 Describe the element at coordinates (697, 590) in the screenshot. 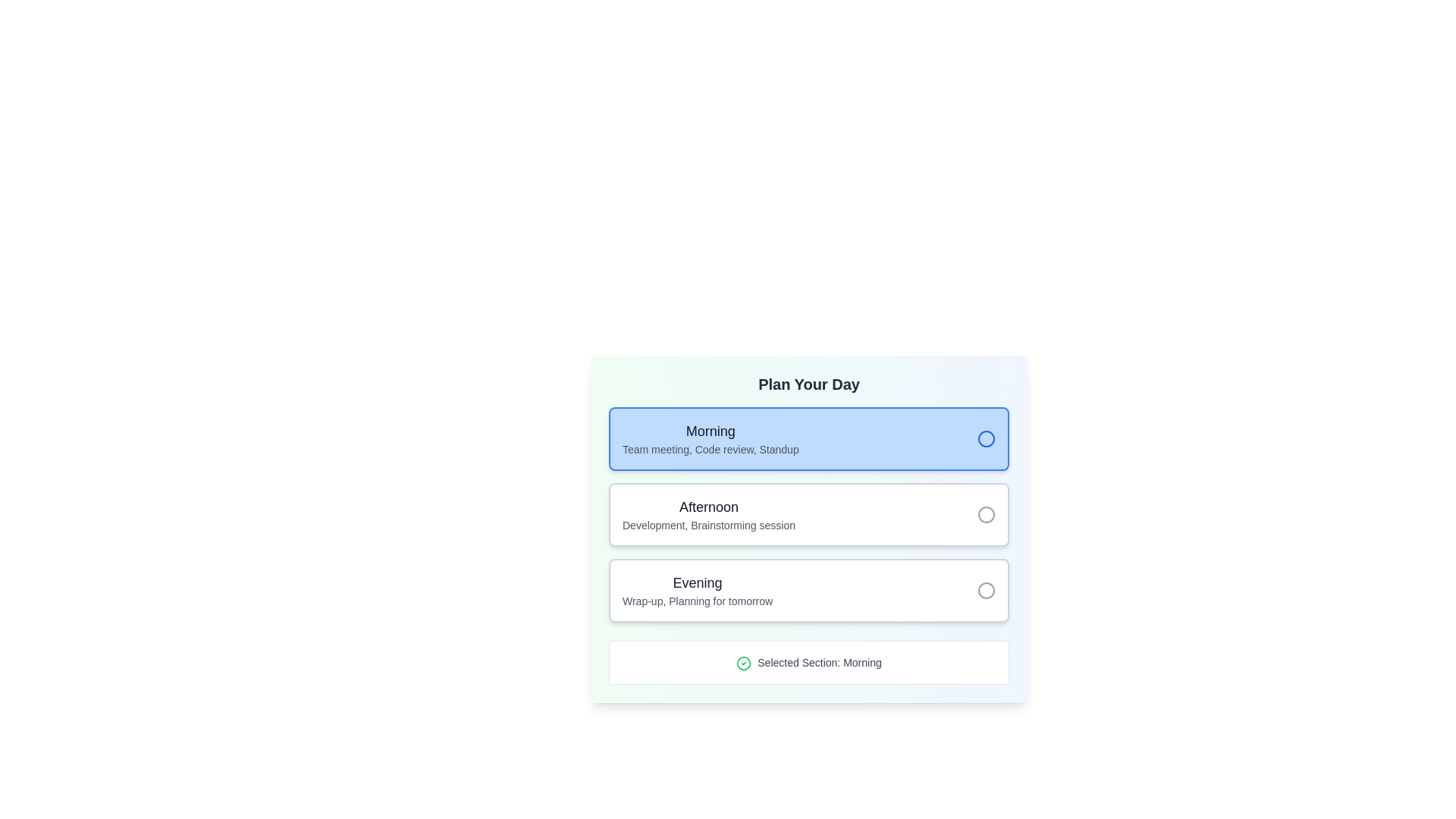

I see `the third list item representing the evening planning section in the planning interface` at that location.